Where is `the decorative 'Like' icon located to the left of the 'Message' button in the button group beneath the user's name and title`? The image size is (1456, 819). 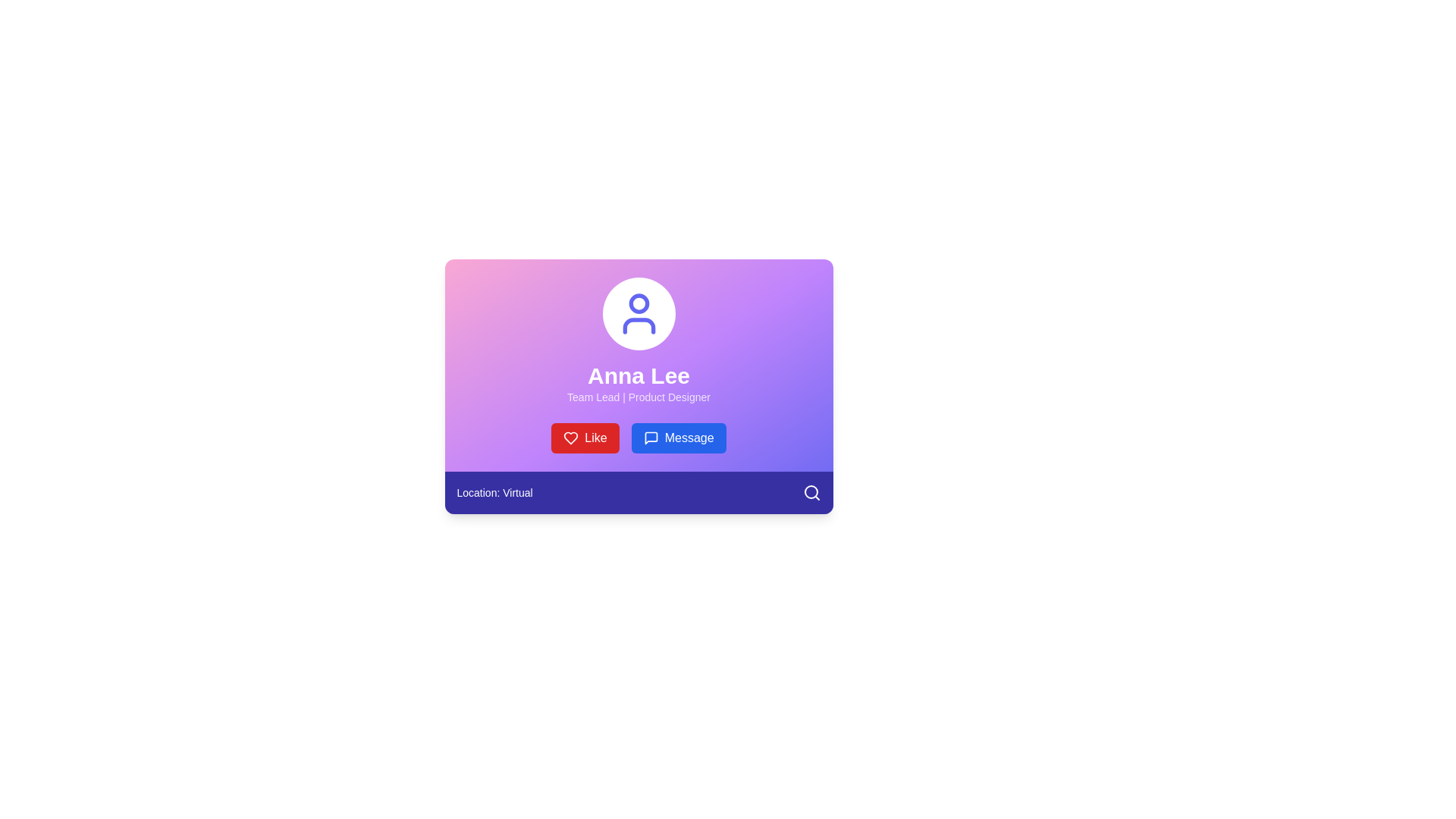 the decorative 'Like' icon located to the left of the 'Message' button in the button group beneath the user's name and title is located at coordinates (570, 438).